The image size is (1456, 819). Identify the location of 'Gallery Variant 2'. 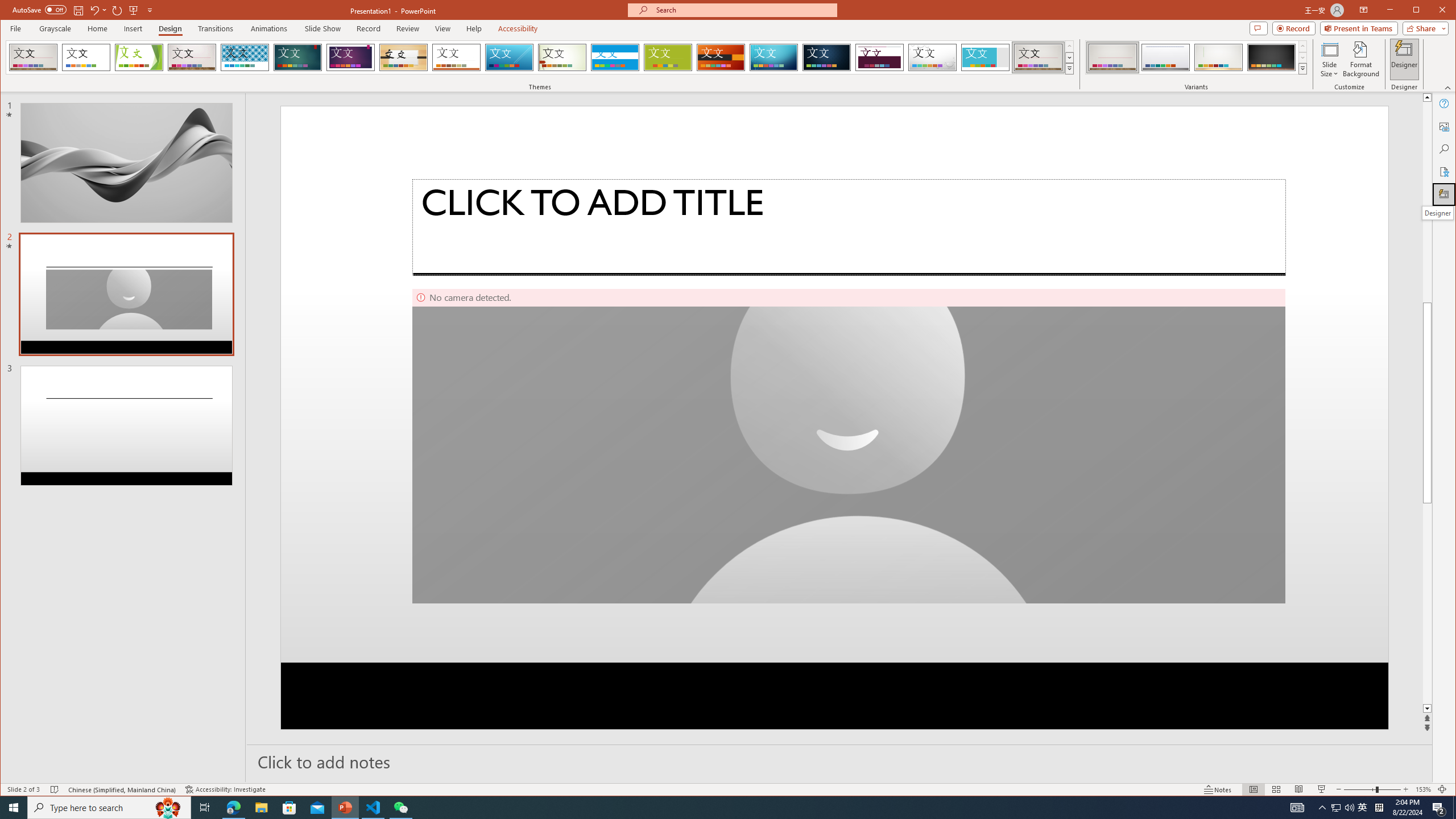
(1165, 57).